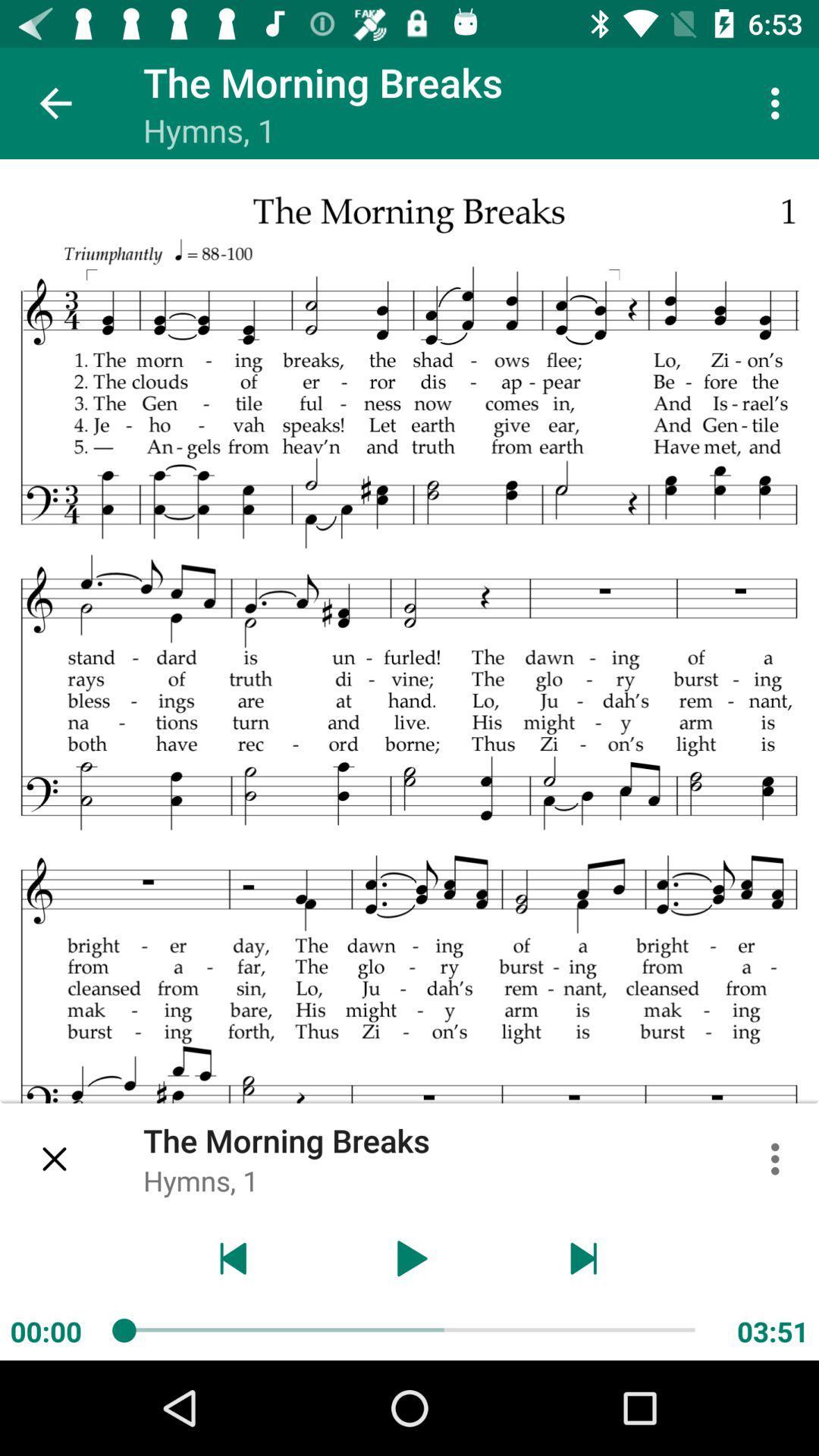 The height and width of the screenshot is (1456, 819). What do you see at coordinates (55, 1158) in the screenshot?
I see `exit this song` at bounding box center [55, 1158].